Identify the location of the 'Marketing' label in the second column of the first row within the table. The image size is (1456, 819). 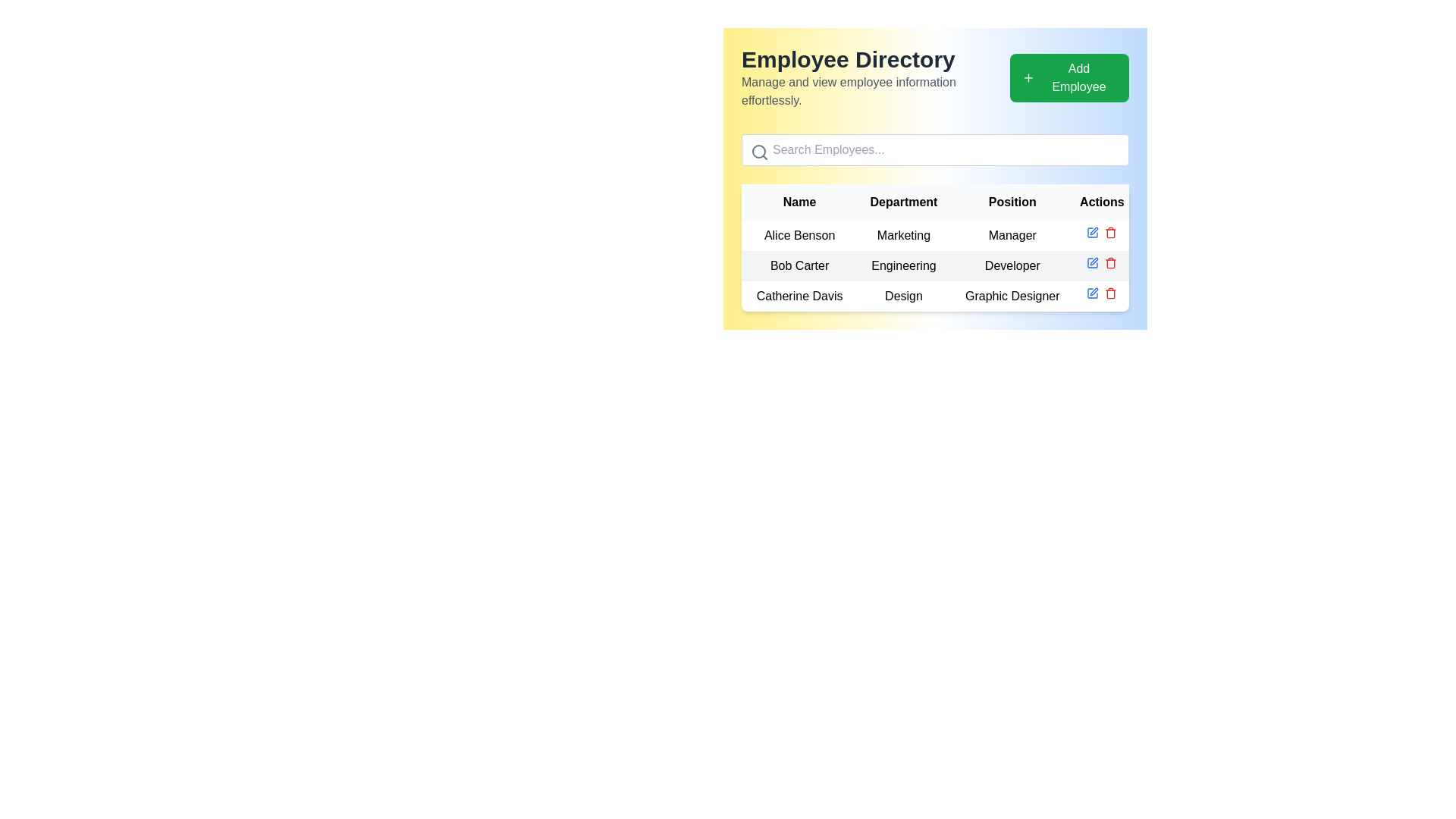
(903, 236).